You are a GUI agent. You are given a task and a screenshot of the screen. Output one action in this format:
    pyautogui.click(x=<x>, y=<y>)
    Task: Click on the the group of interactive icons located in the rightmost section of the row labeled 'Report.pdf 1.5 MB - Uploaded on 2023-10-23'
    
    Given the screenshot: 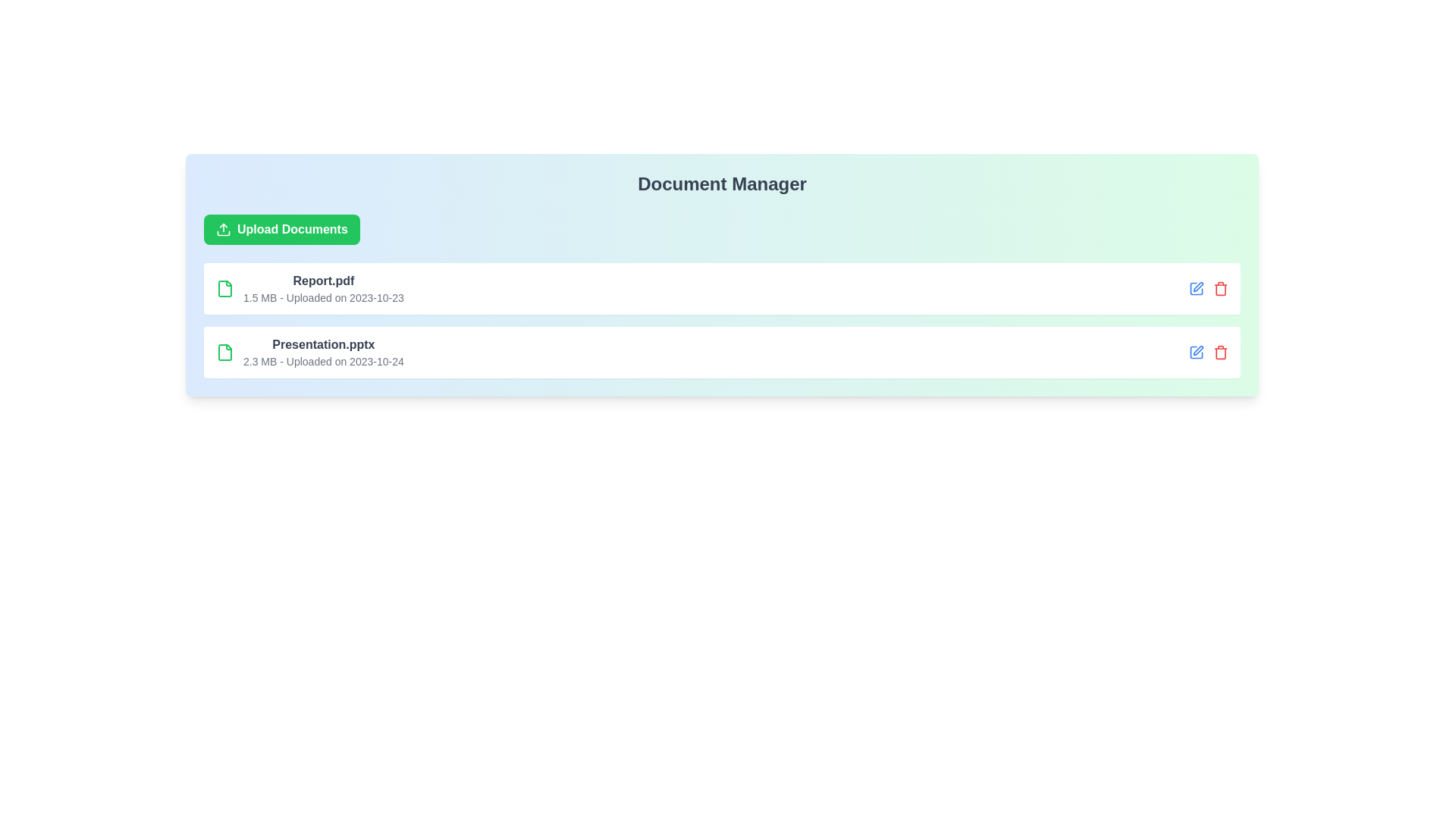 What is the action you would take?
    pyautogui.click(x=1207, y=289)
    